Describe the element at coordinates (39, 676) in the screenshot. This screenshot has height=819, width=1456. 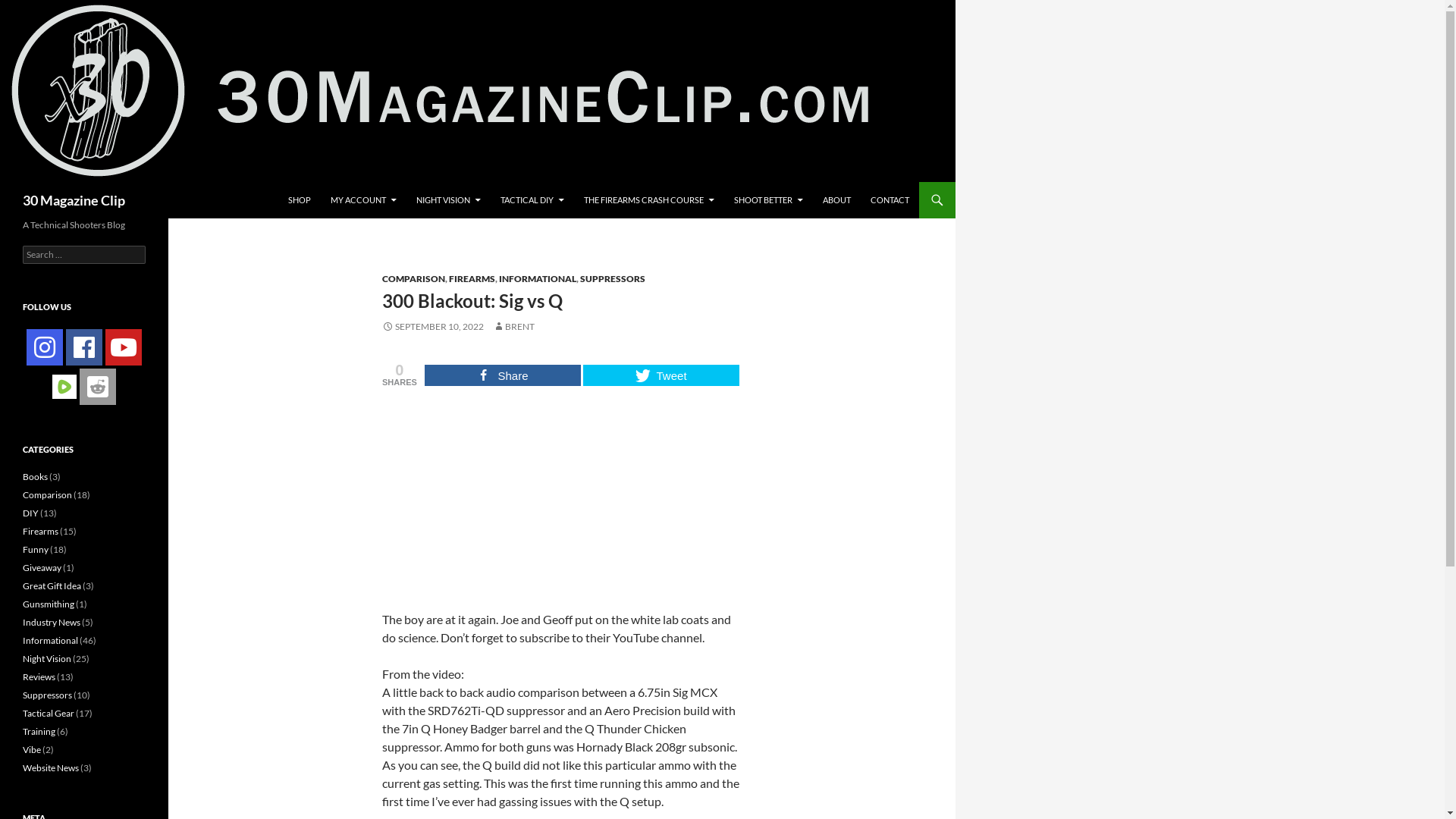
I see `'Reviews'` at that location.